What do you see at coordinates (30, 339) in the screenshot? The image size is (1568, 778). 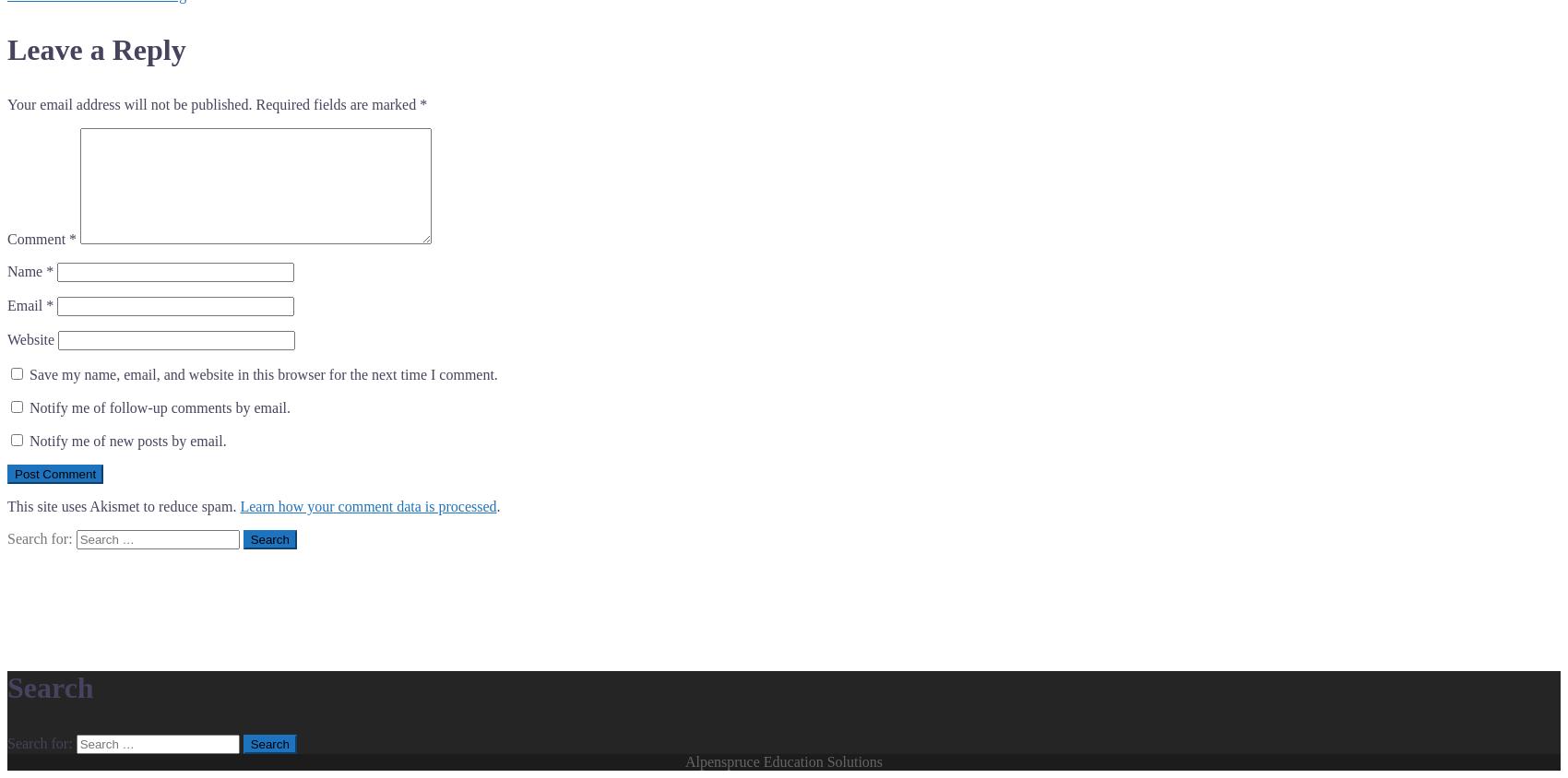 I see `'Website'` at bounding box center [30, 339].